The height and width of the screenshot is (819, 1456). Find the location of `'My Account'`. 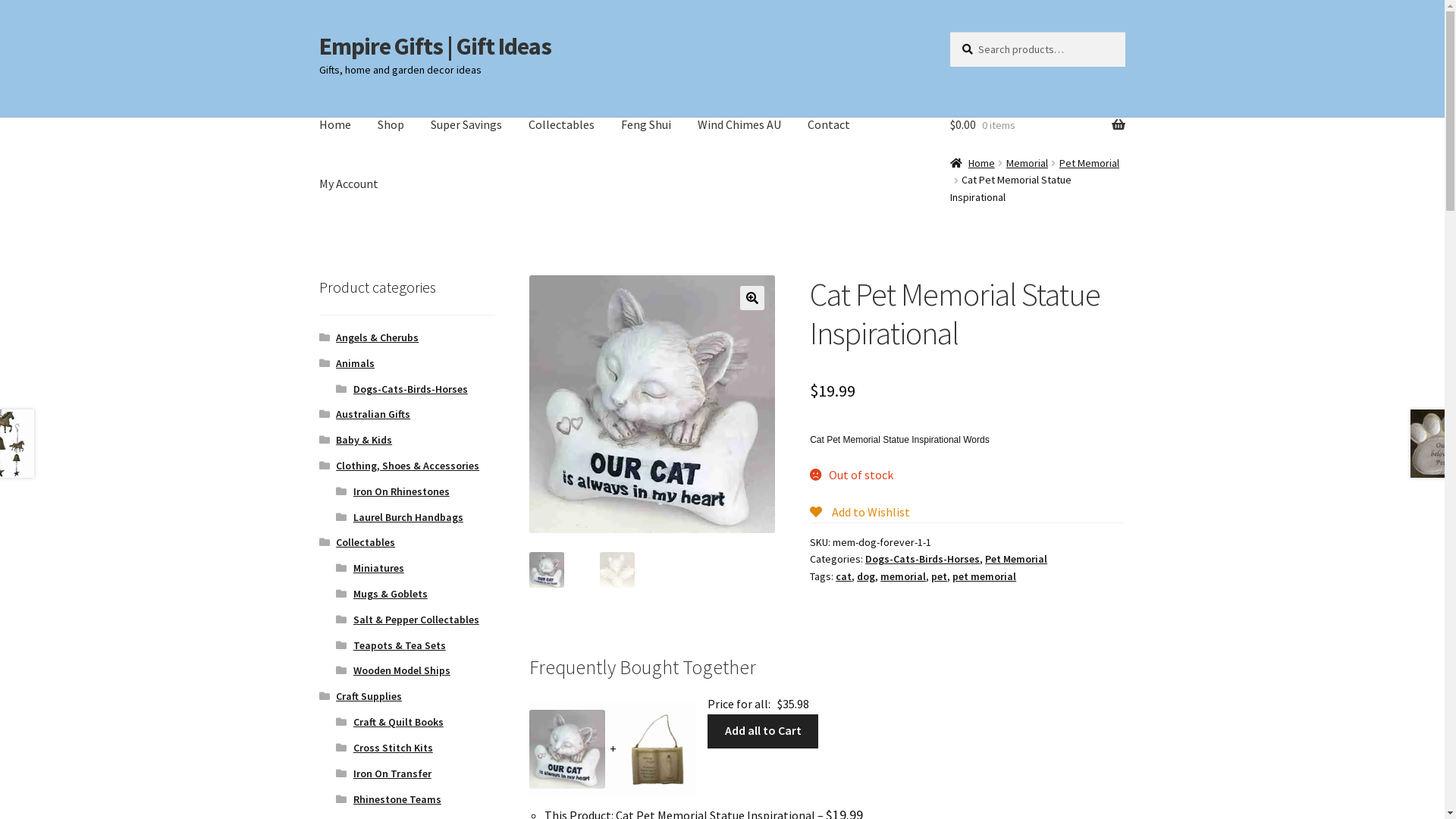

'My Account' is located at coordinates (348, 184).